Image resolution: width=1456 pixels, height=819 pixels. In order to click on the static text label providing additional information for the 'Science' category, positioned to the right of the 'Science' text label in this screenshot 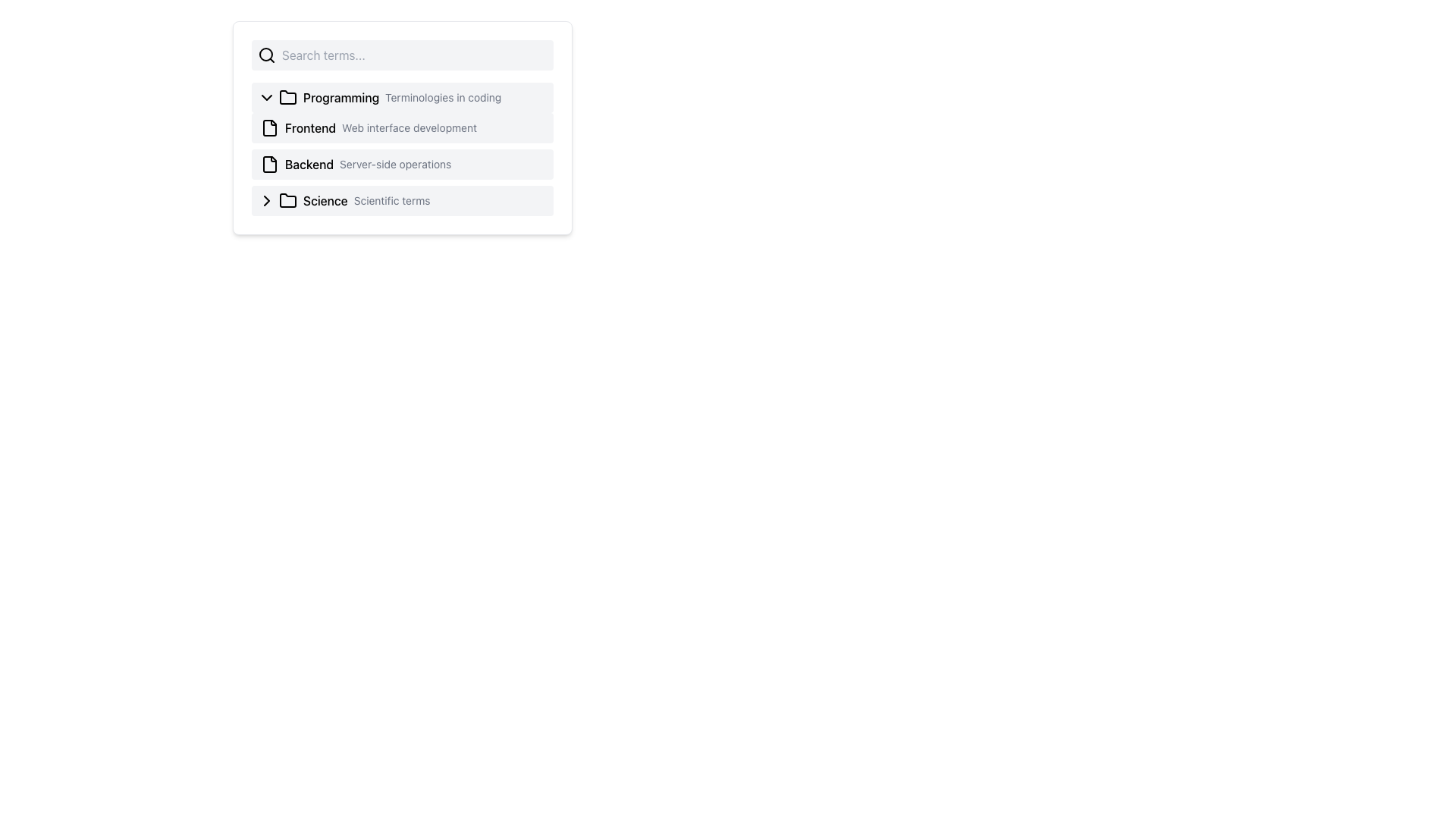, I will do `click(392, 200)`.